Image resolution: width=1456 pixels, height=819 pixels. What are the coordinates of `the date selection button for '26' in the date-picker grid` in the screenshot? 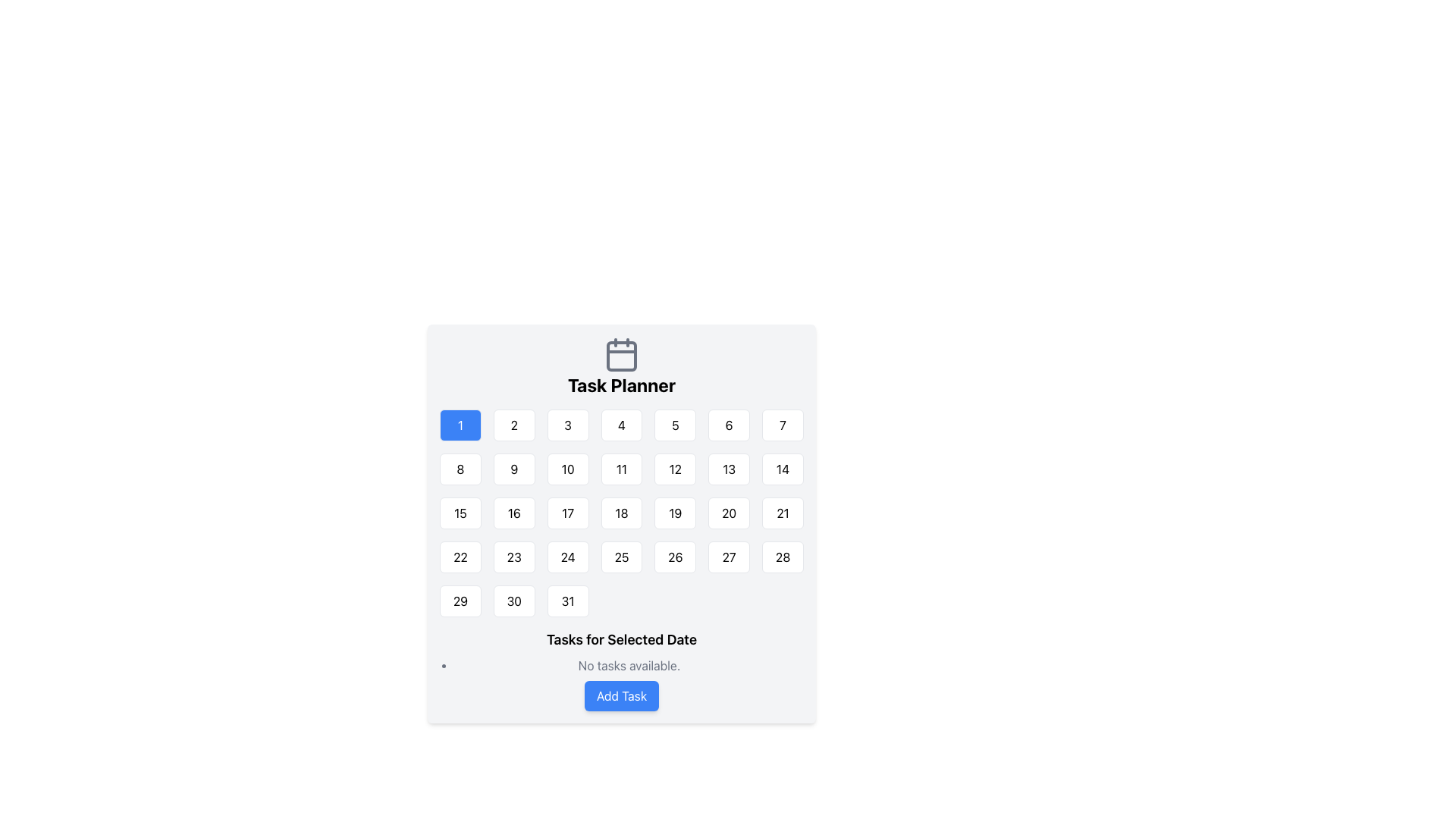 It's located at (674, 557).